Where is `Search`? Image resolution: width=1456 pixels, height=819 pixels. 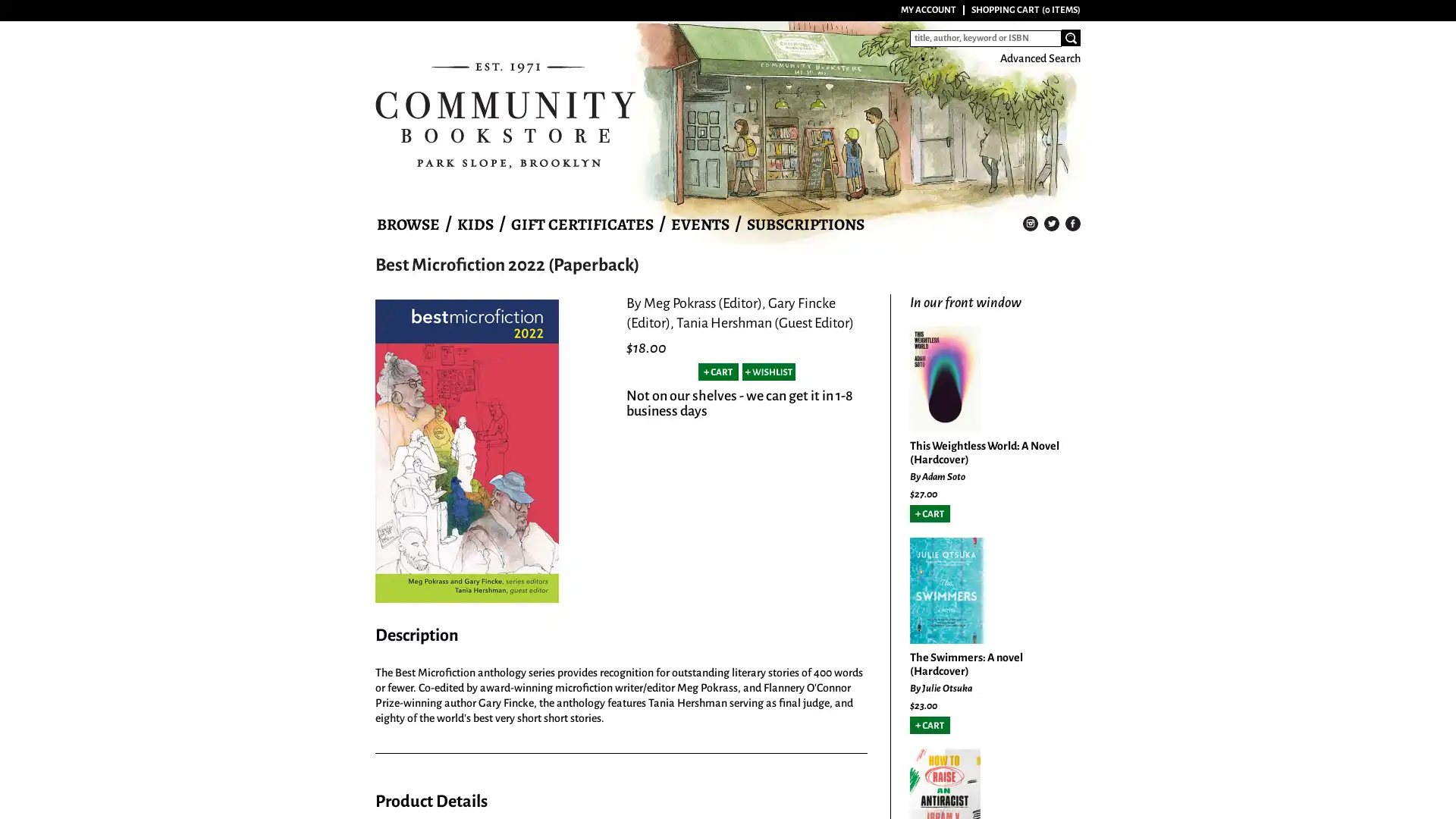
Search is located at coordinates (1070, 37).